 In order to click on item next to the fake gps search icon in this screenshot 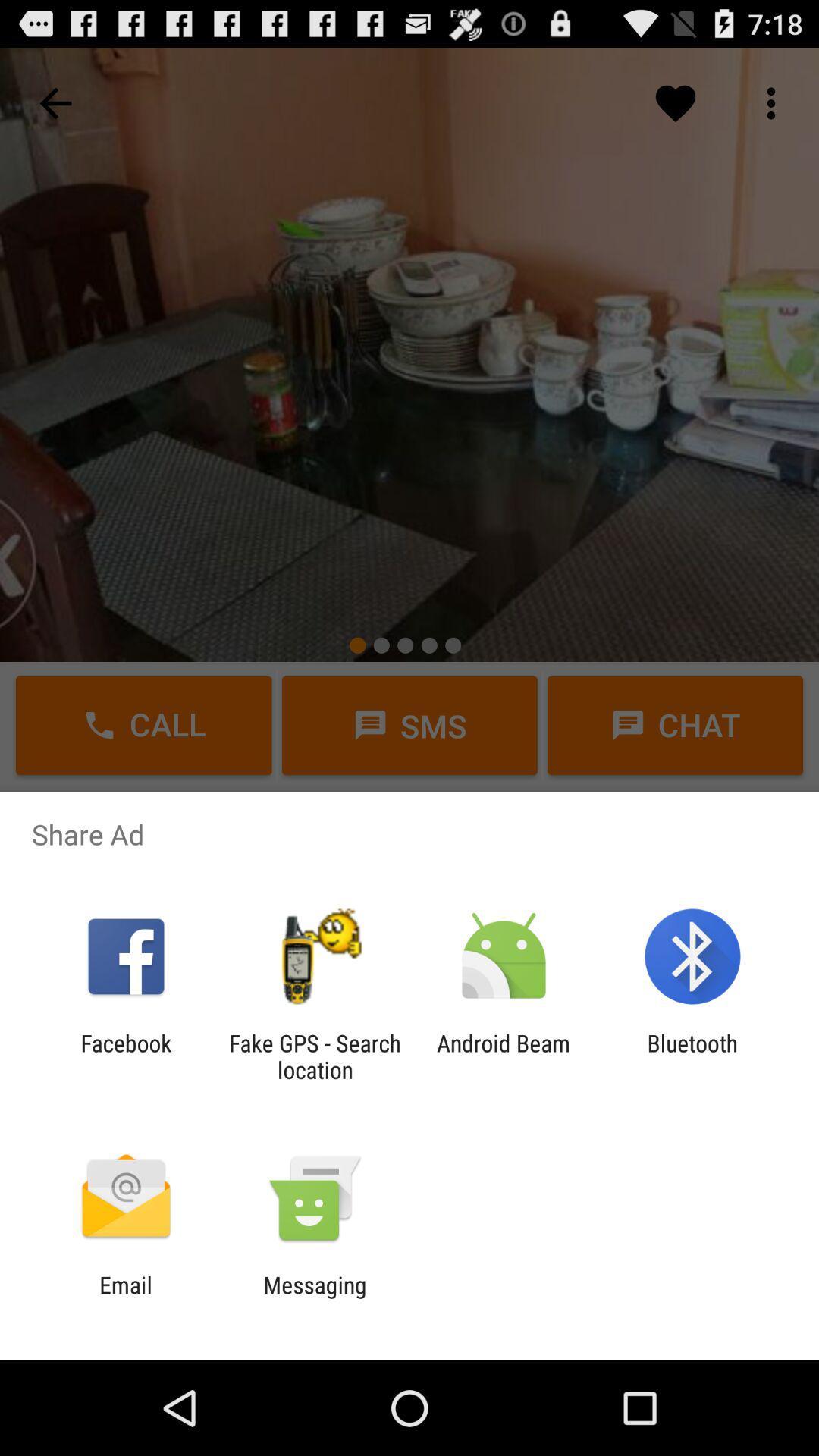, I will do `click(125, 1056)`.